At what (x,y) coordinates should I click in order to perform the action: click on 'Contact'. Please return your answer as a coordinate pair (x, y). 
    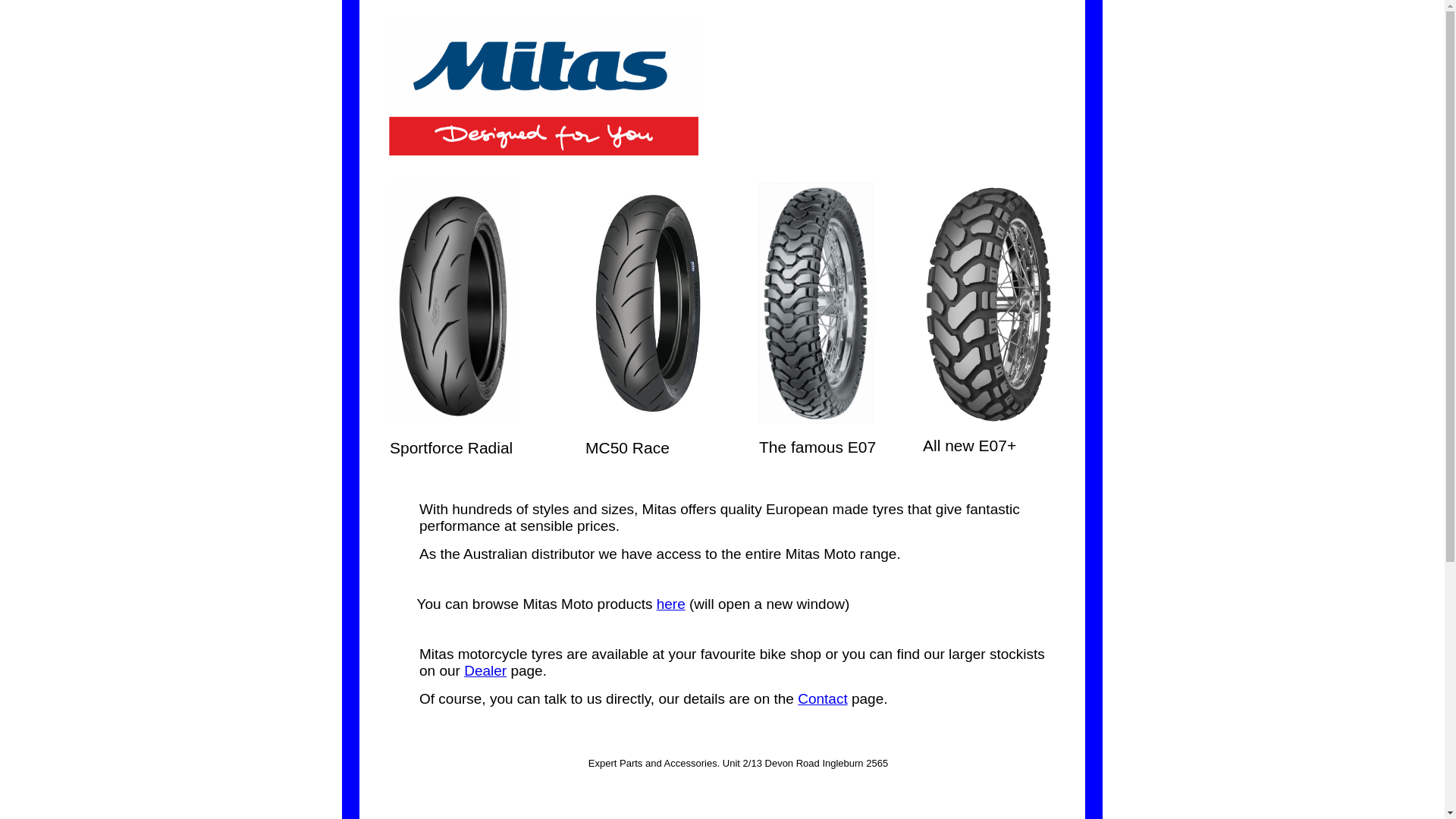
    Looking at the image, I should click on (821, 698).